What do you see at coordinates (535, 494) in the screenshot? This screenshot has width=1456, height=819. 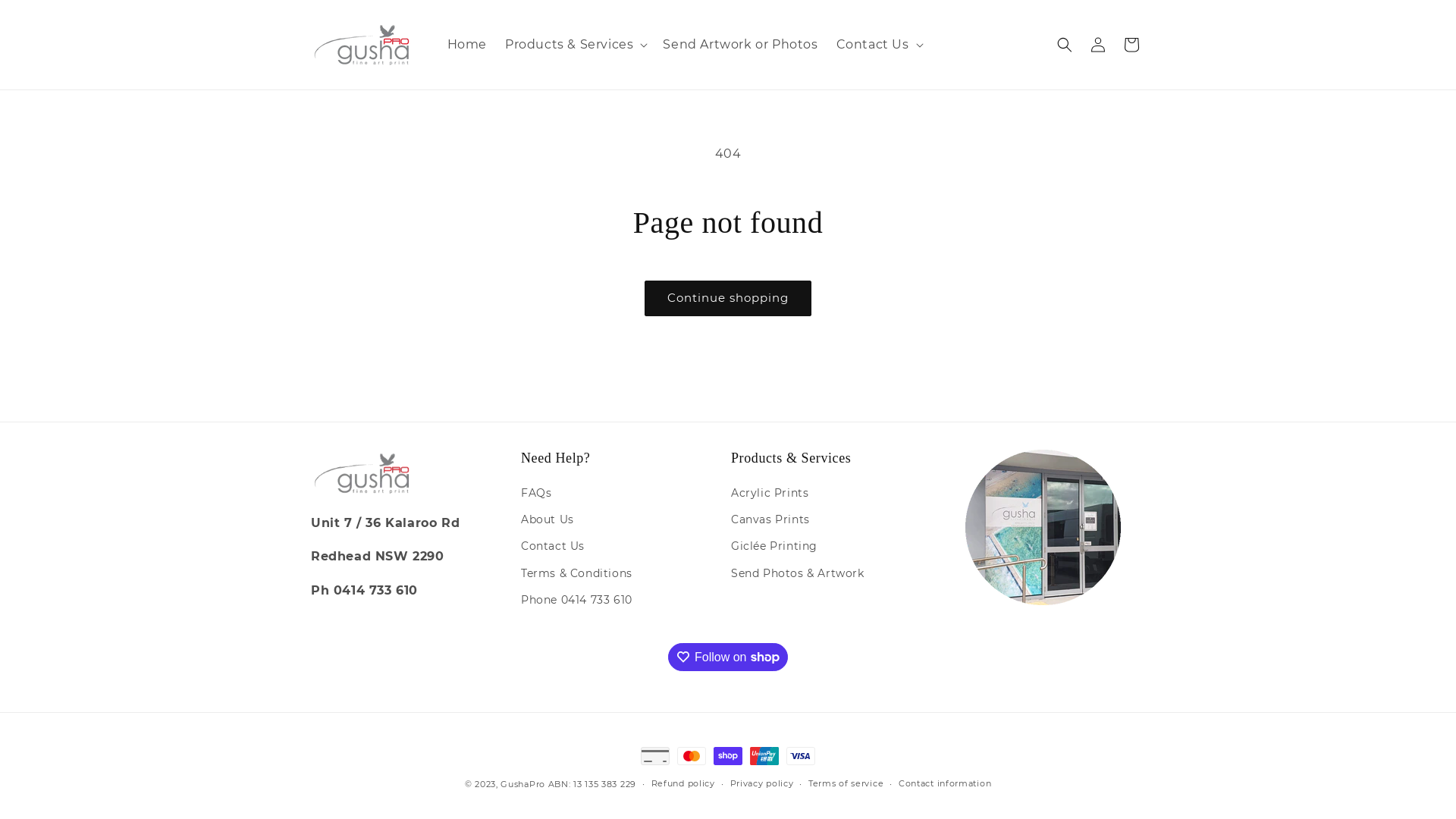 I see `'FAQs'` at bounding box center [535, 494].